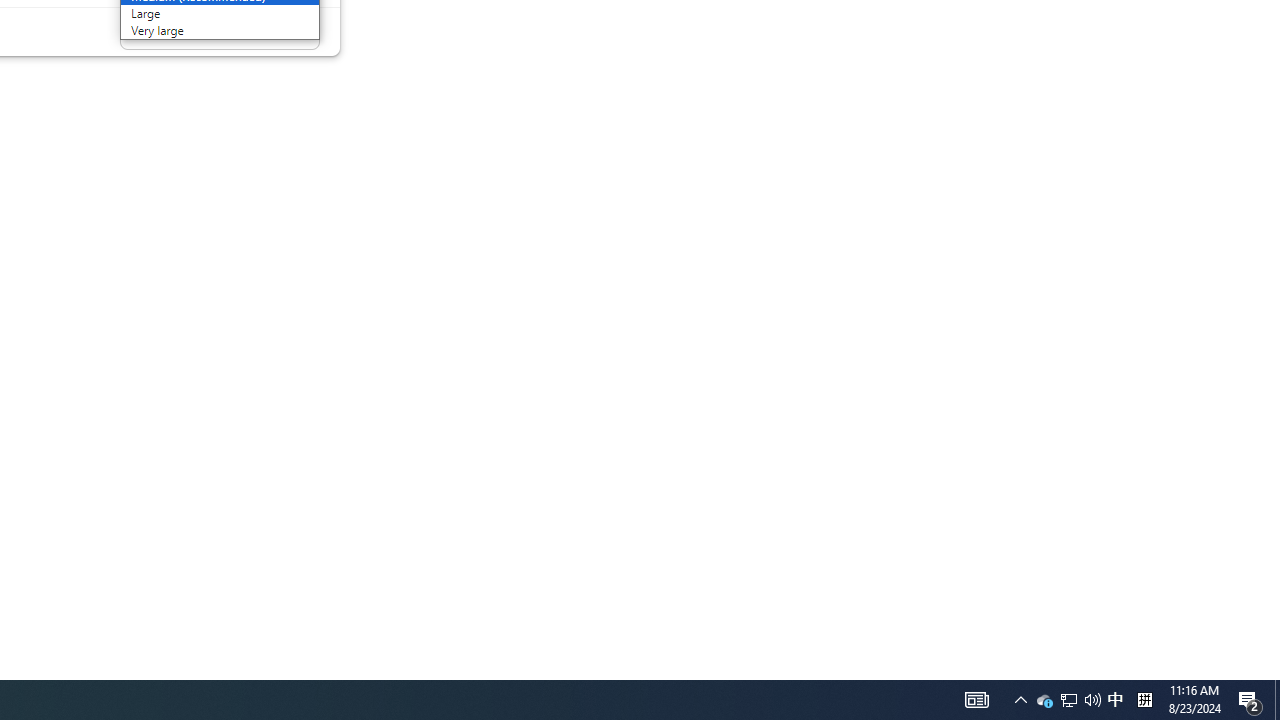 The width and height of the screenshot is (1280, 720). I want to click on 'Large', so click(194, 13).